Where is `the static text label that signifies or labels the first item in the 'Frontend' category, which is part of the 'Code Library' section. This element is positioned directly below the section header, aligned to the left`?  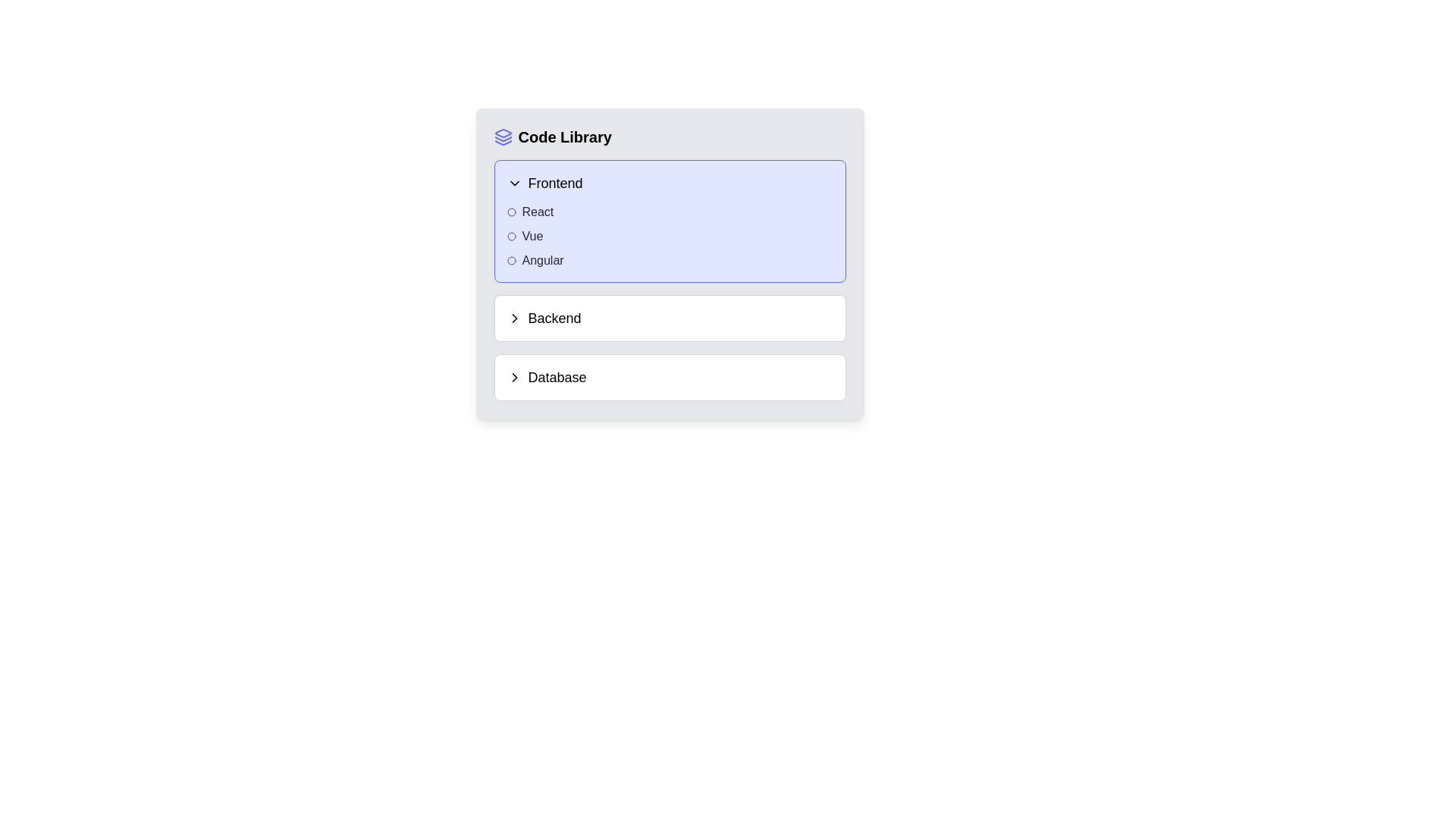
the static text label that signifies or labels the first item in the 'Frontend' category, which is part of the 'Code Library' section. This element is positioned directly below the section header, aligned to the left is located at coordinates (538, 212).